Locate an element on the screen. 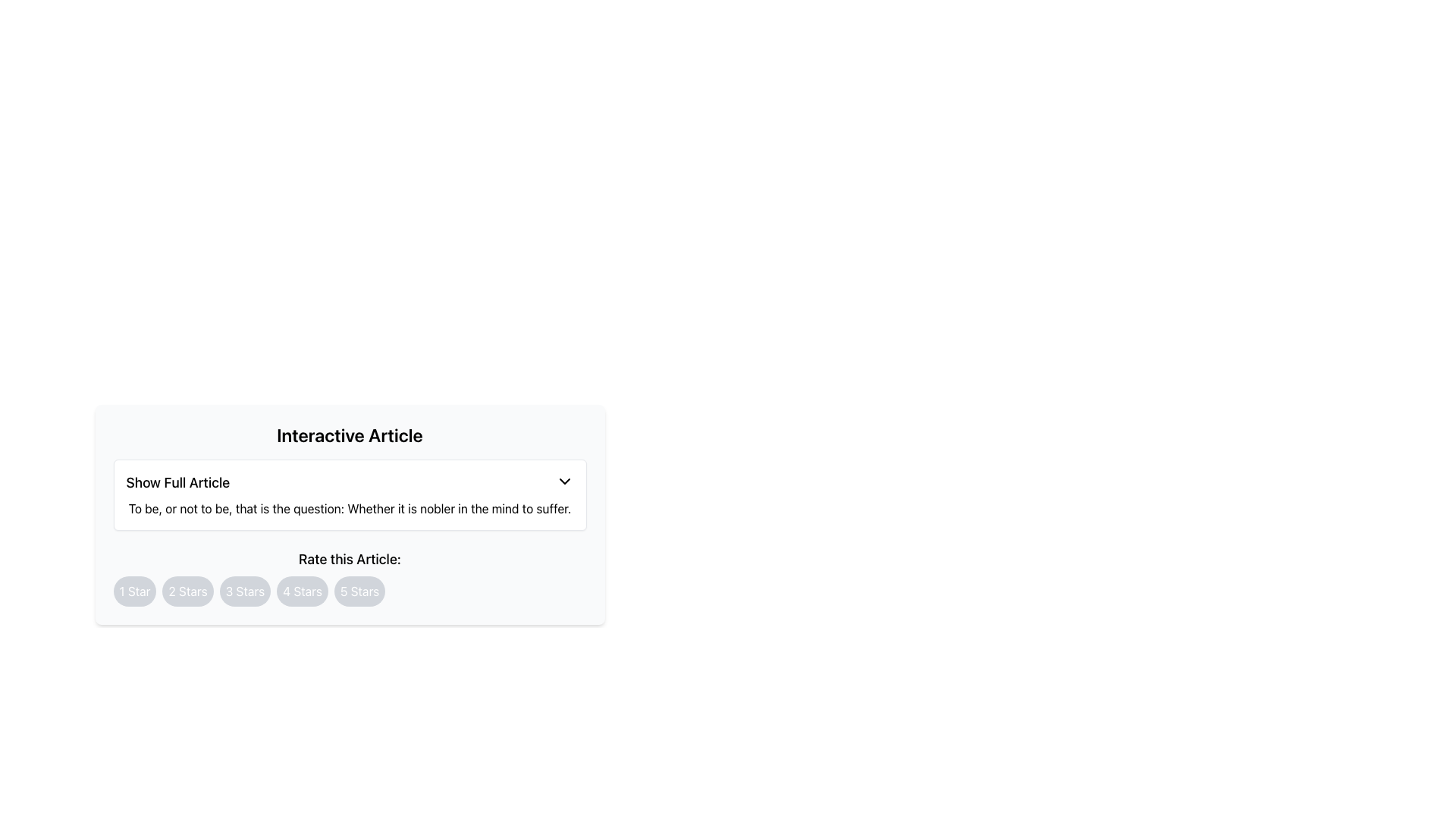 The height and width of the screenshot is (819, 1456). the 1 Star rating button located beneath the 'Rate this Article:' section in the 'Interactive Article' box is located at coordinates (134, 590).